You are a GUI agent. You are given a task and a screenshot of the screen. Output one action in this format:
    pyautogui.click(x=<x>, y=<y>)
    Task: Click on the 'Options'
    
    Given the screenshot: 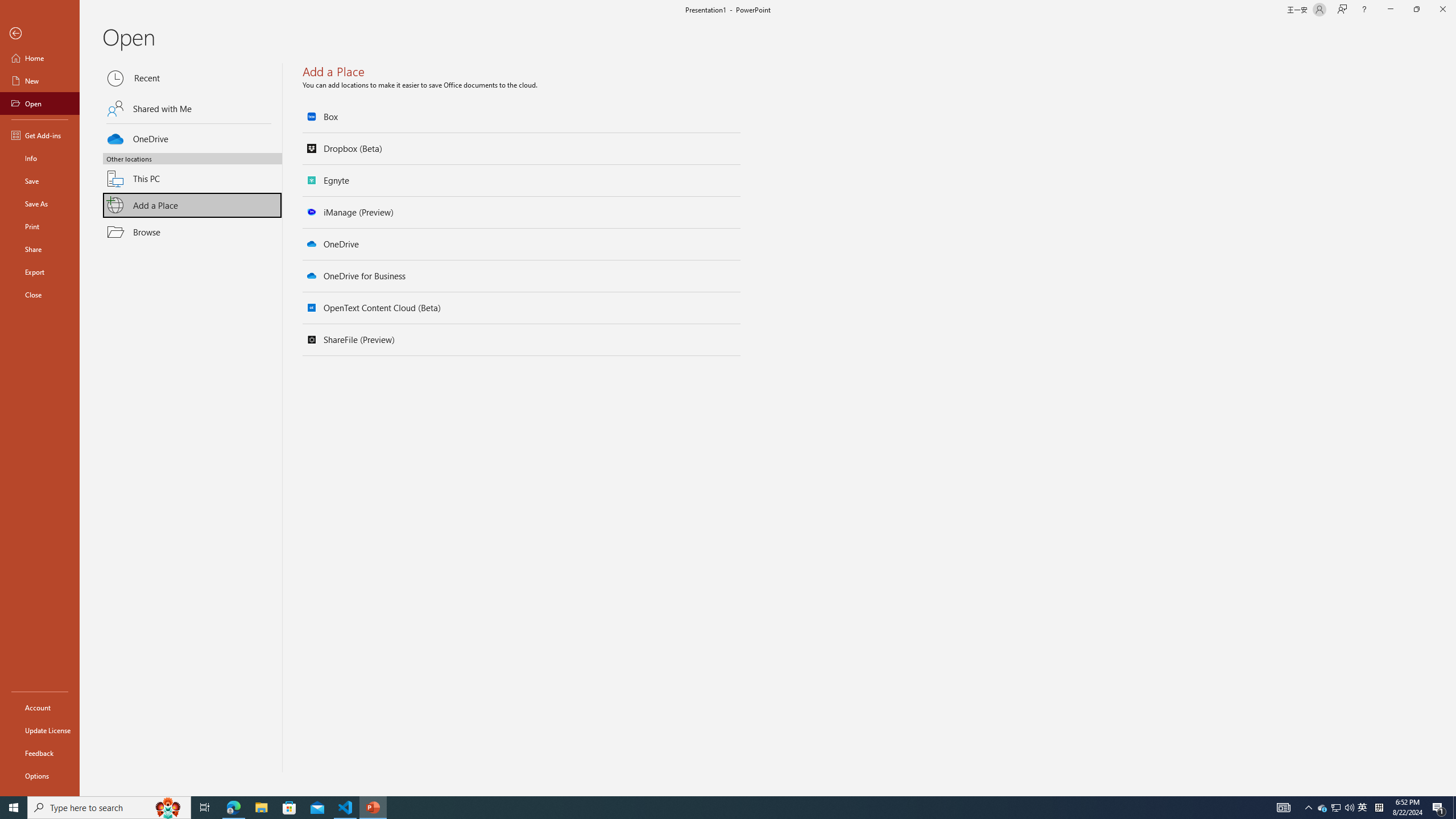 What is the action you would take?
    pyautogui.click(x=39, y=775)
    